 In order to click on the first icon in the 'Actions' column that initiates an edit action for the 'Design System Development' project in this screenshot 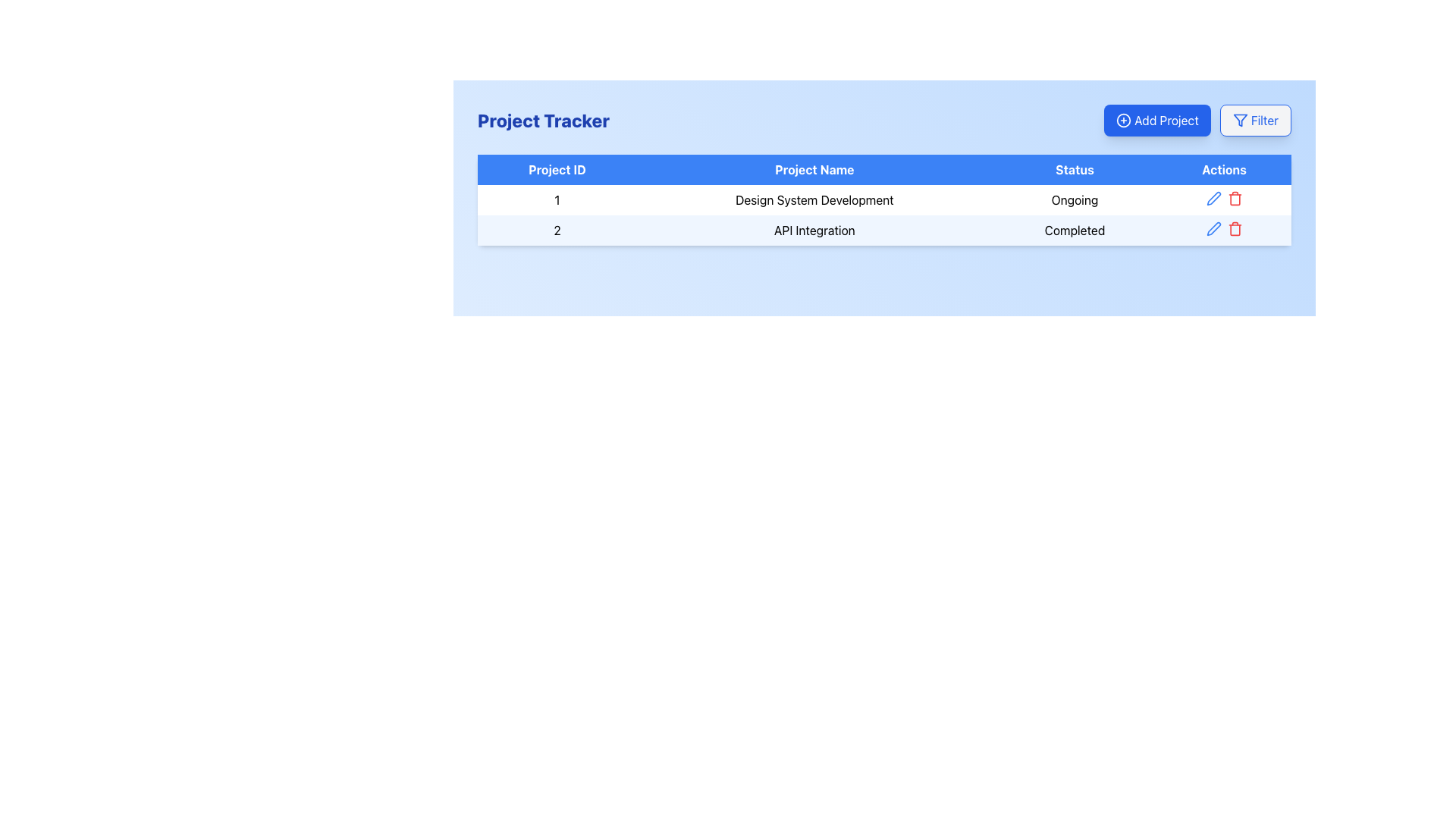, I will do `click(1213, 228)`.